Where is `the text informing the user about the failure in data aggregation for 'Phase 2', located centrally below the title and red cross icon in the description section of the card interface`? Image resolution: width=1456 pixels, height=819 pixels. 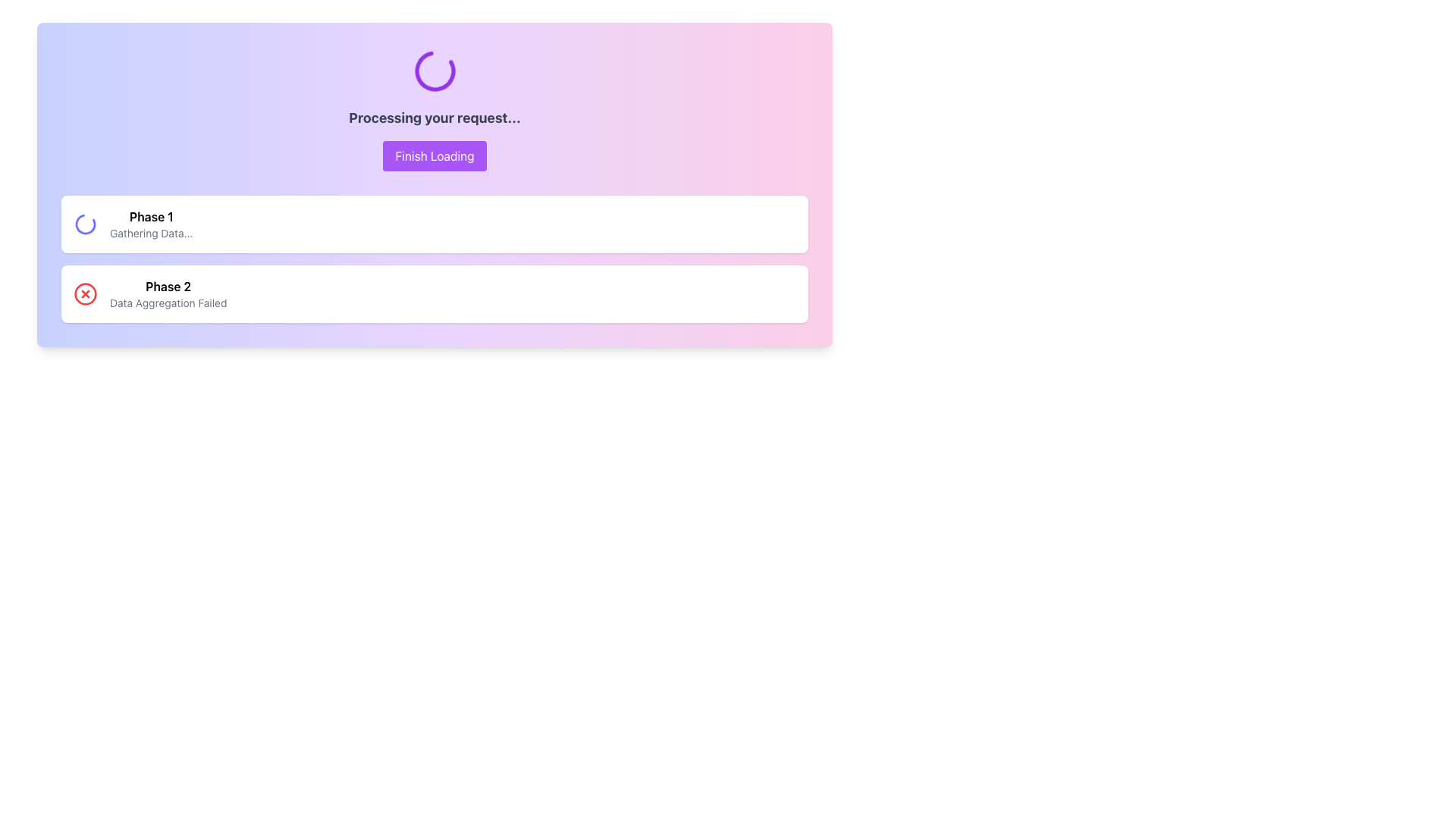
the text informing the user about the failure in data aggregation for 'Phase 2', located centrally below the title and red cross icon in the description section of the card interface is located at coordinates (168, 303).